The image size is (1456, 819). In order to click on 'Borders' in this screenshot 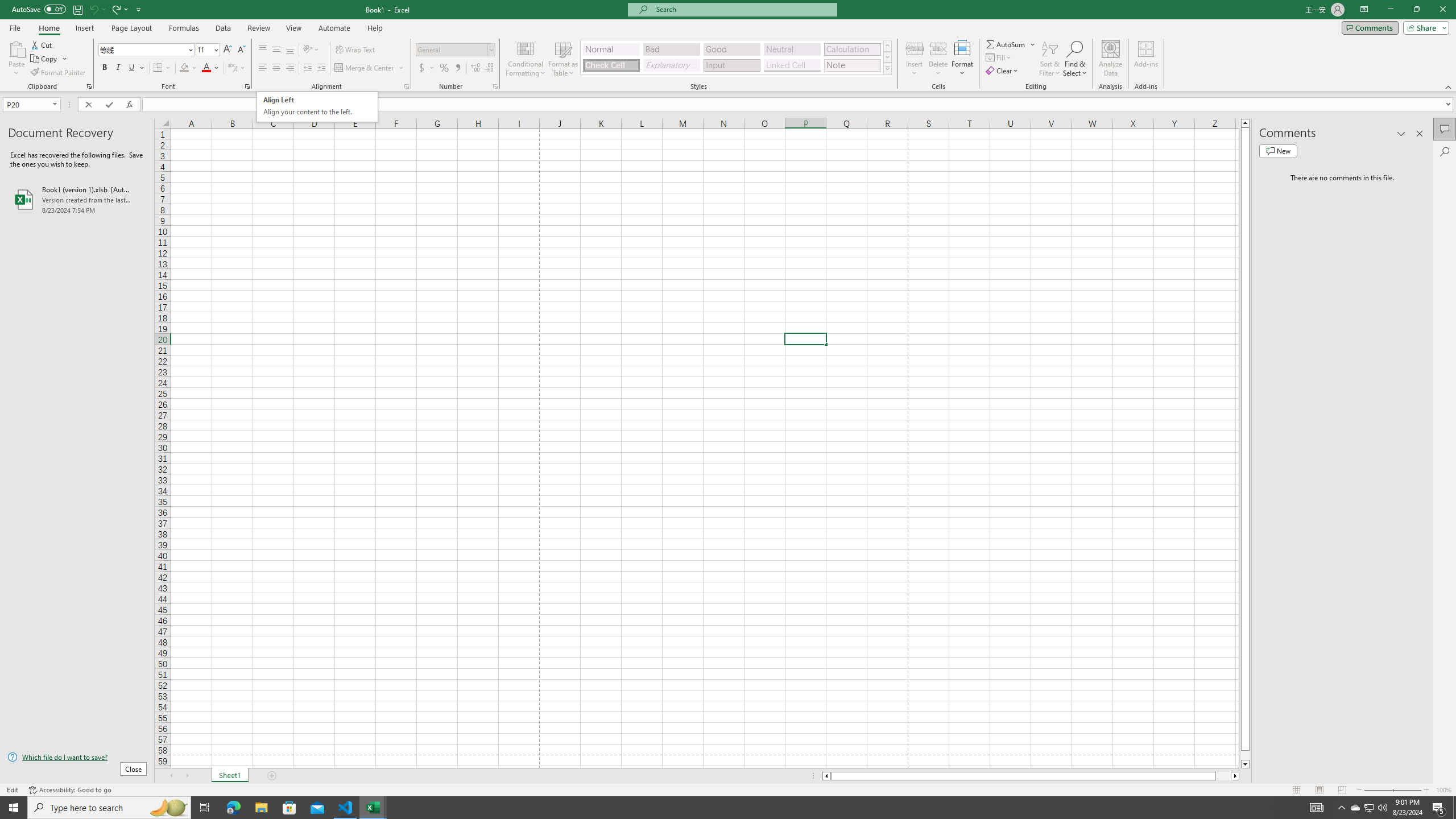, I will do `click(162, 67)`.